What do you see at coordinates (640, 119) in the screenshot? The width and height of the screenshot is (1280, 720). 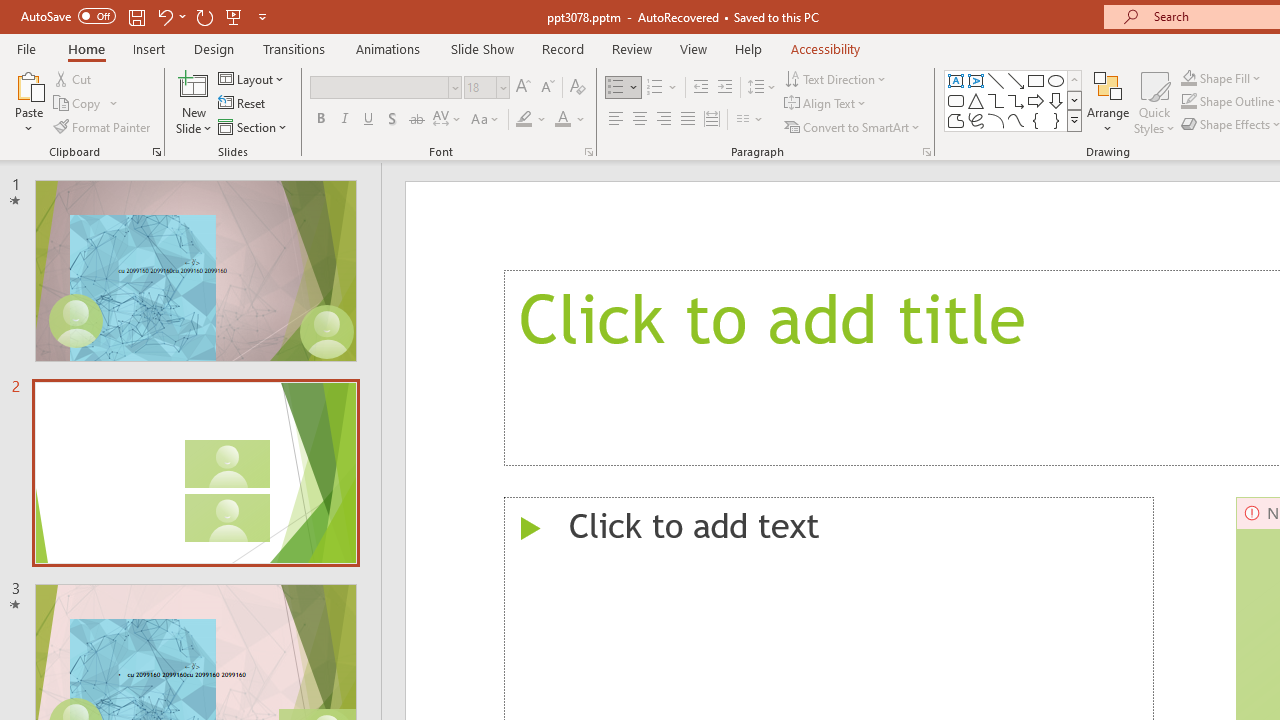 I see `'Center'` at bounding box center [640, 119].